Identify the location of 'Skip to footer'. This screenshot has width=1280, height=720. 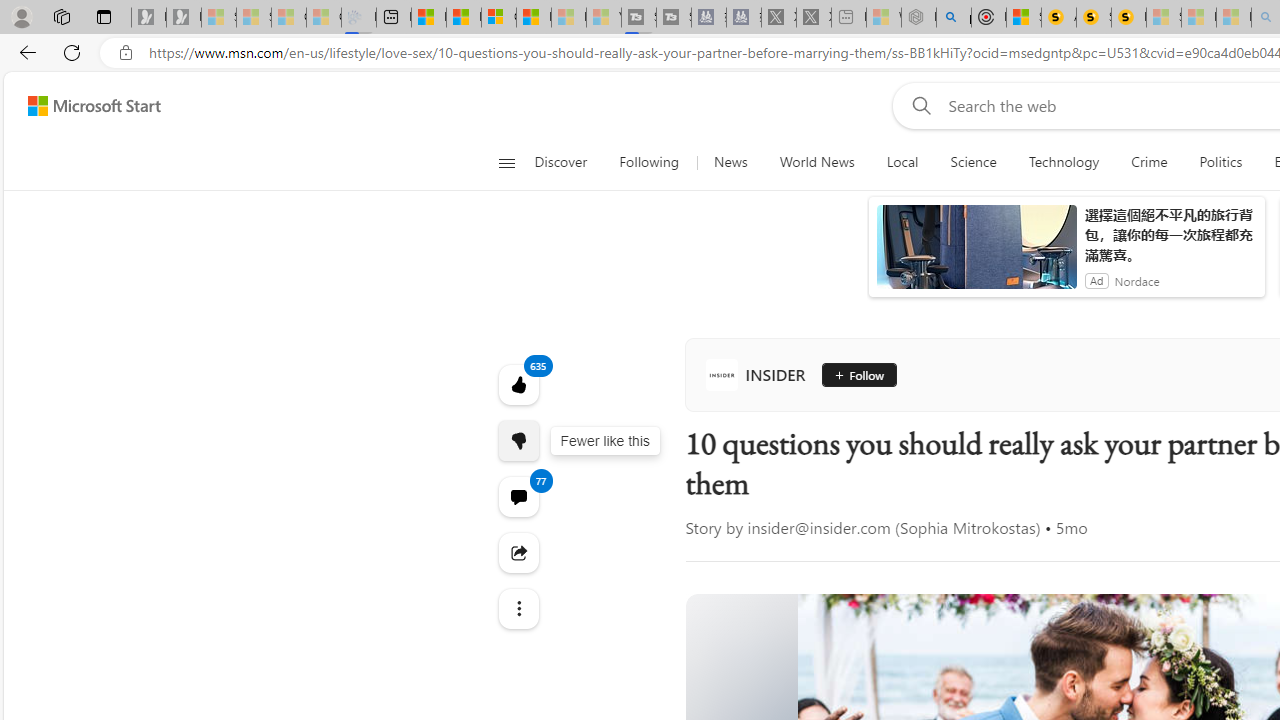
(81, 105).